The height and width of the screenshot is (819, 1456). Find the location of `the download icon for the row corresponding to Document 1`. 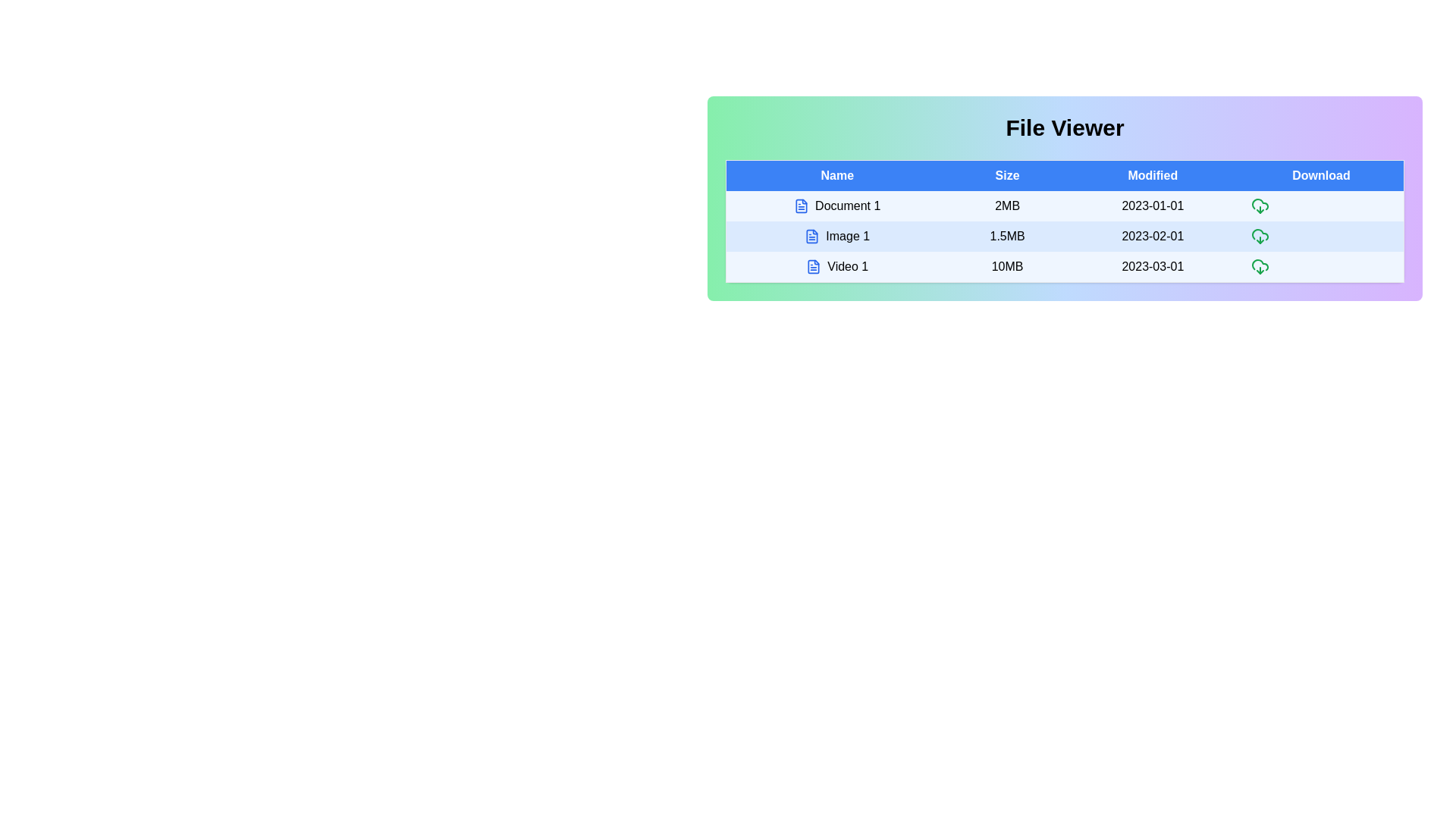

the download icon for the row corresponding to Document 1 is located at coordinates (1260, 206).